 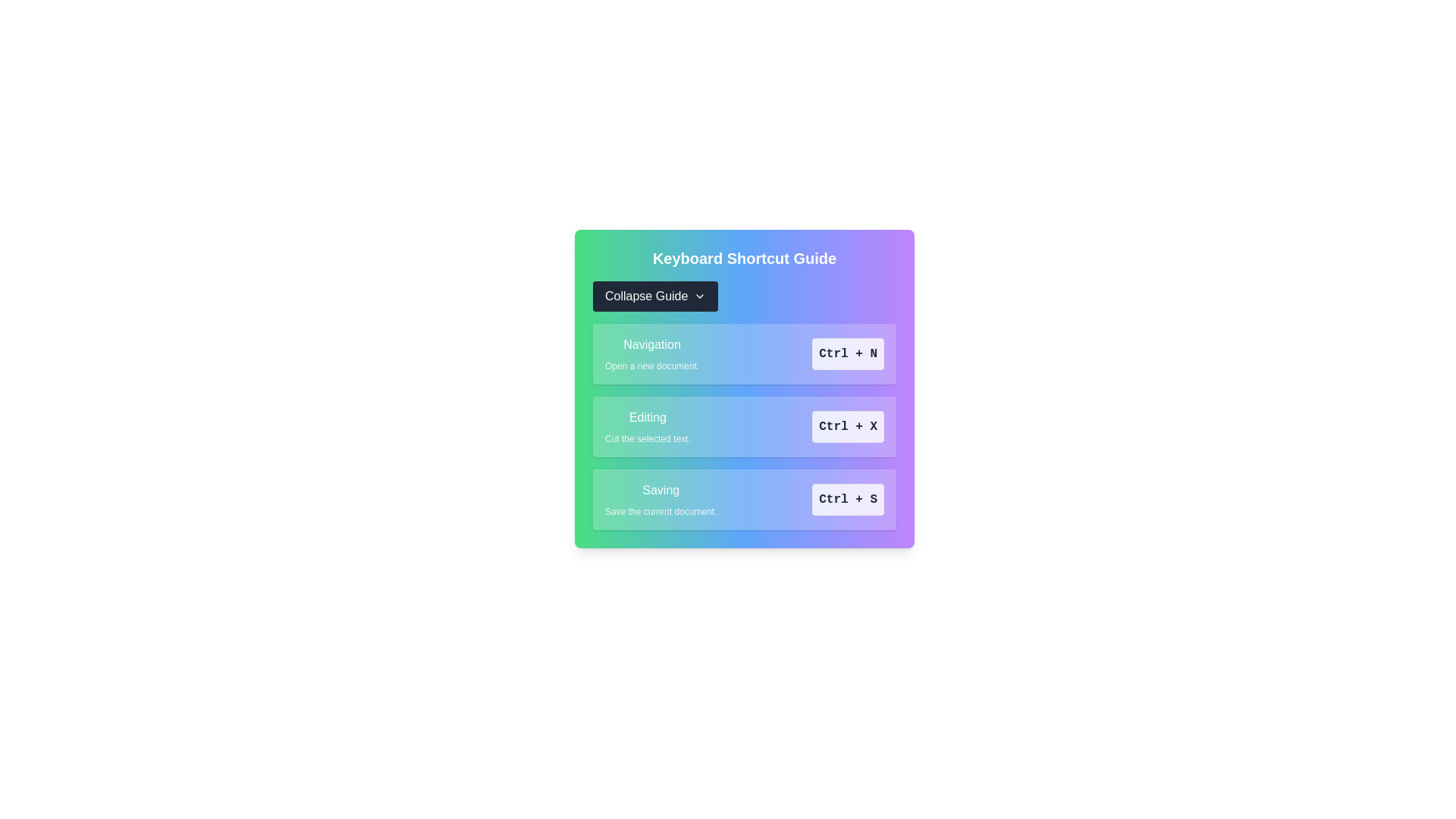 I want to click on the informational text label titled 'Navigation' which describes 'Open a new document.', so click(x=651, y=353).